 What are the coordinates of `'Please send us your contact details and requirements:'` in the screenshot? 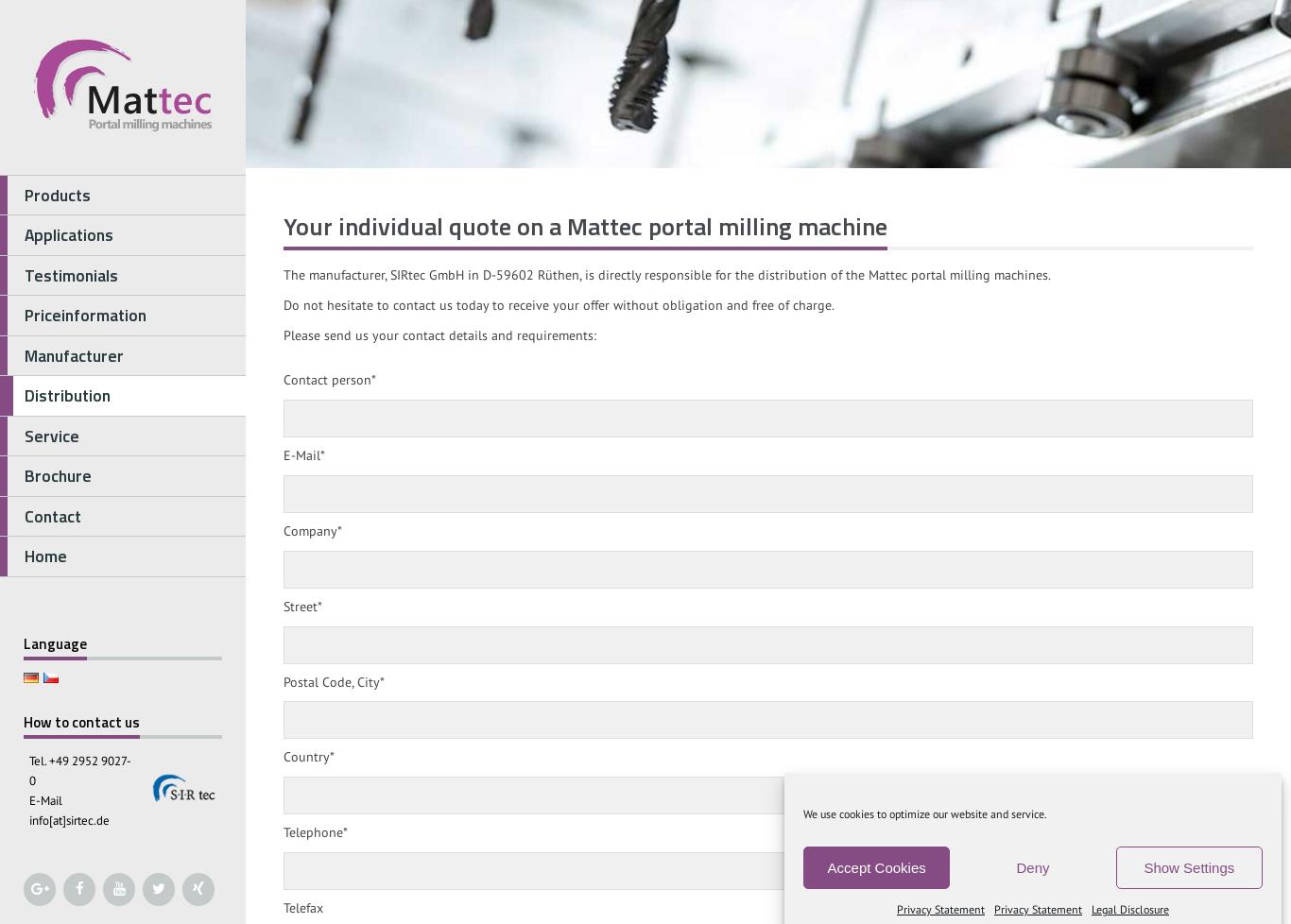 It's located at (439, 334).